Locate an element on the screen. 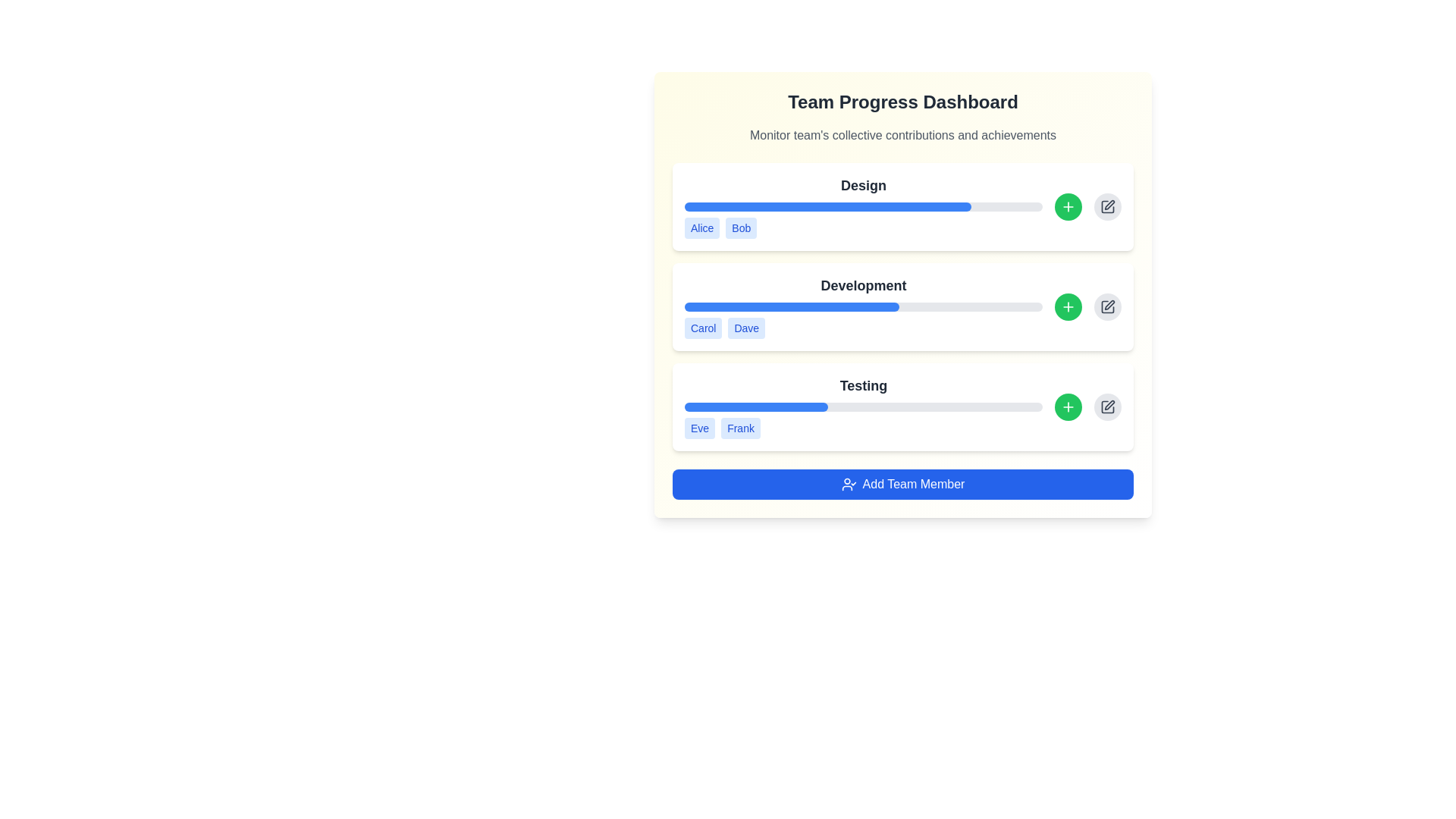 This screenshot has height=819, width=1456. details of the Progress Display Section that shows the completion status of the 'Testing' team, including the progress bar and team member labels 'Eve' and 'Frank' is located at coordinates (863, 406).